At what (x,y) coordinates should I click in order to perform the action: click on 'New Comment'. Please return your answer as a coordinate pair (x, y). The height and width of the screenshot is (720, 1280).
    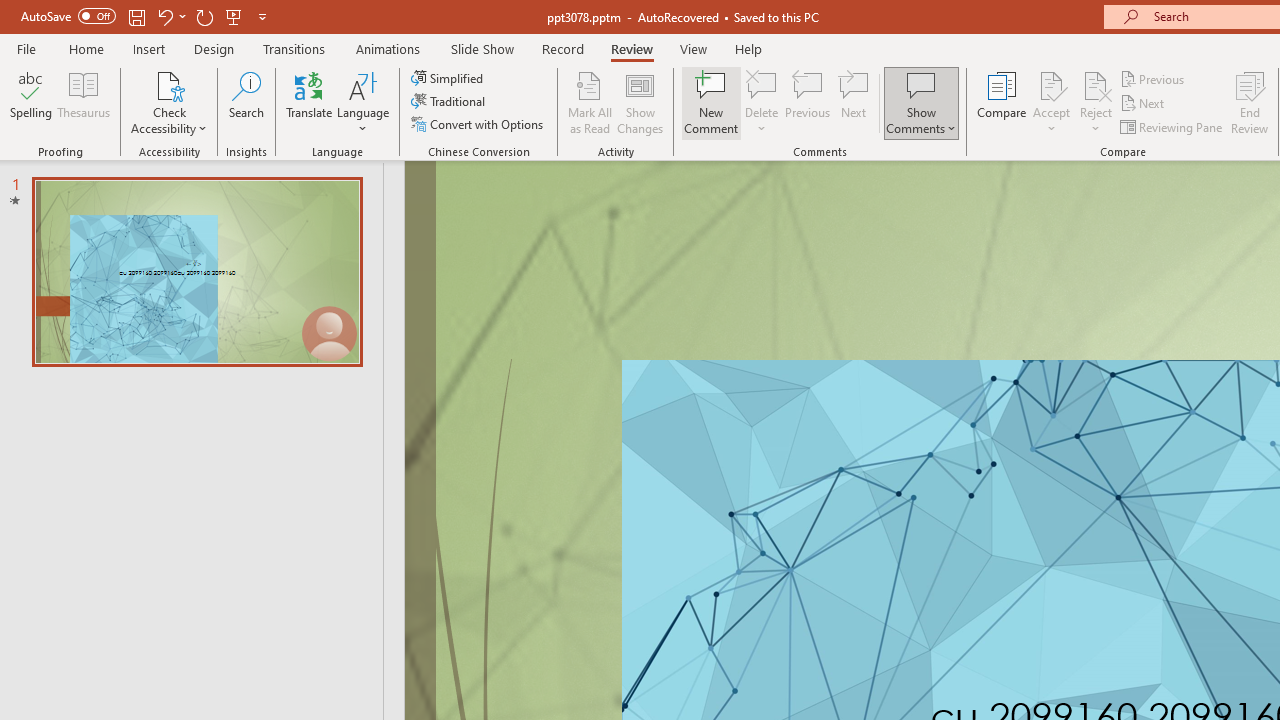
    Looking at the image, I should click on (711, 103).